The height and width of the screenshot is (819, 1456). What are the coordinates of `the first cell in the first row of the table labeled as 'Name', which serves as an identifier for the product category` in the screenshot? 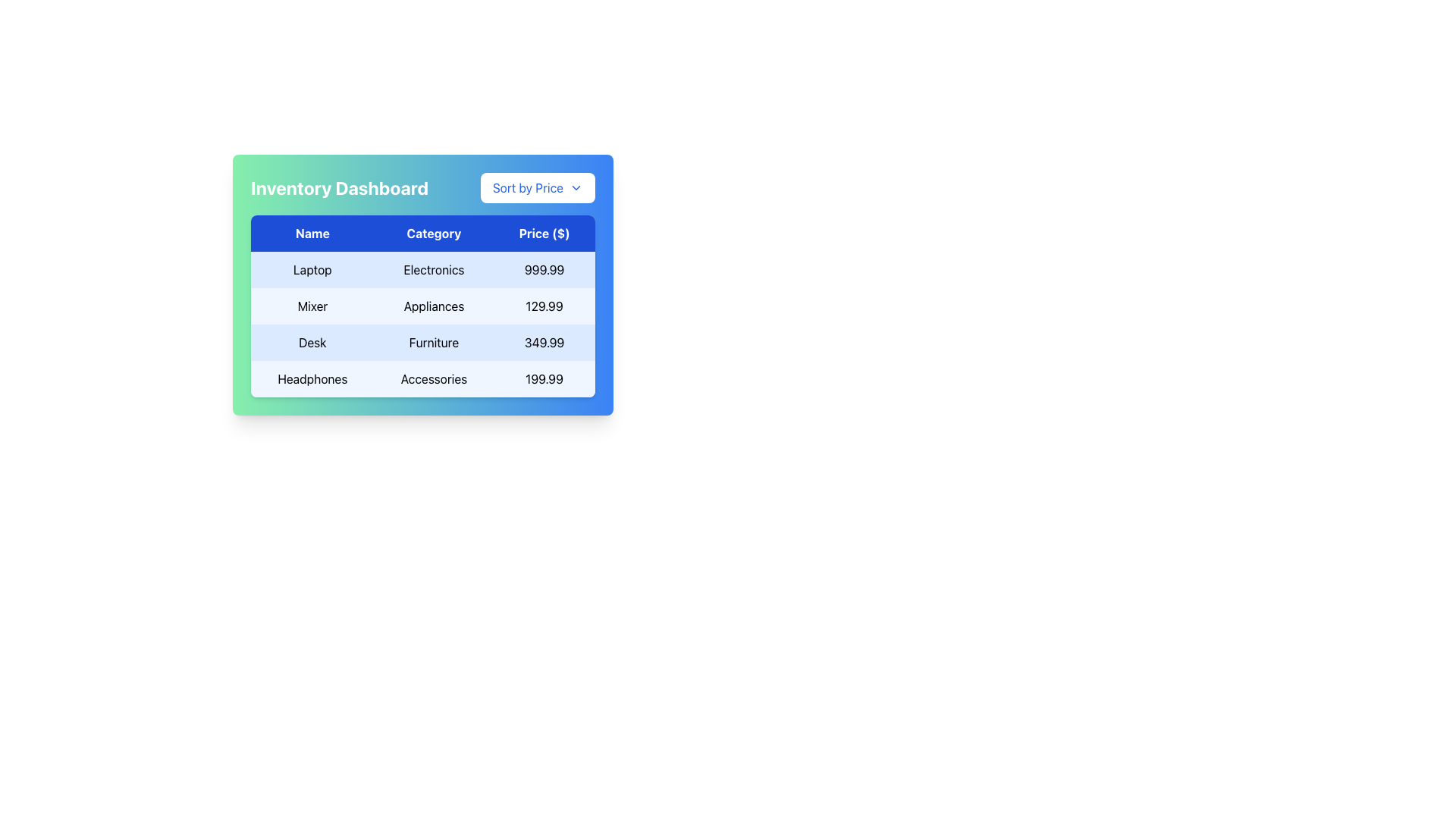 It's located at (312, 268).